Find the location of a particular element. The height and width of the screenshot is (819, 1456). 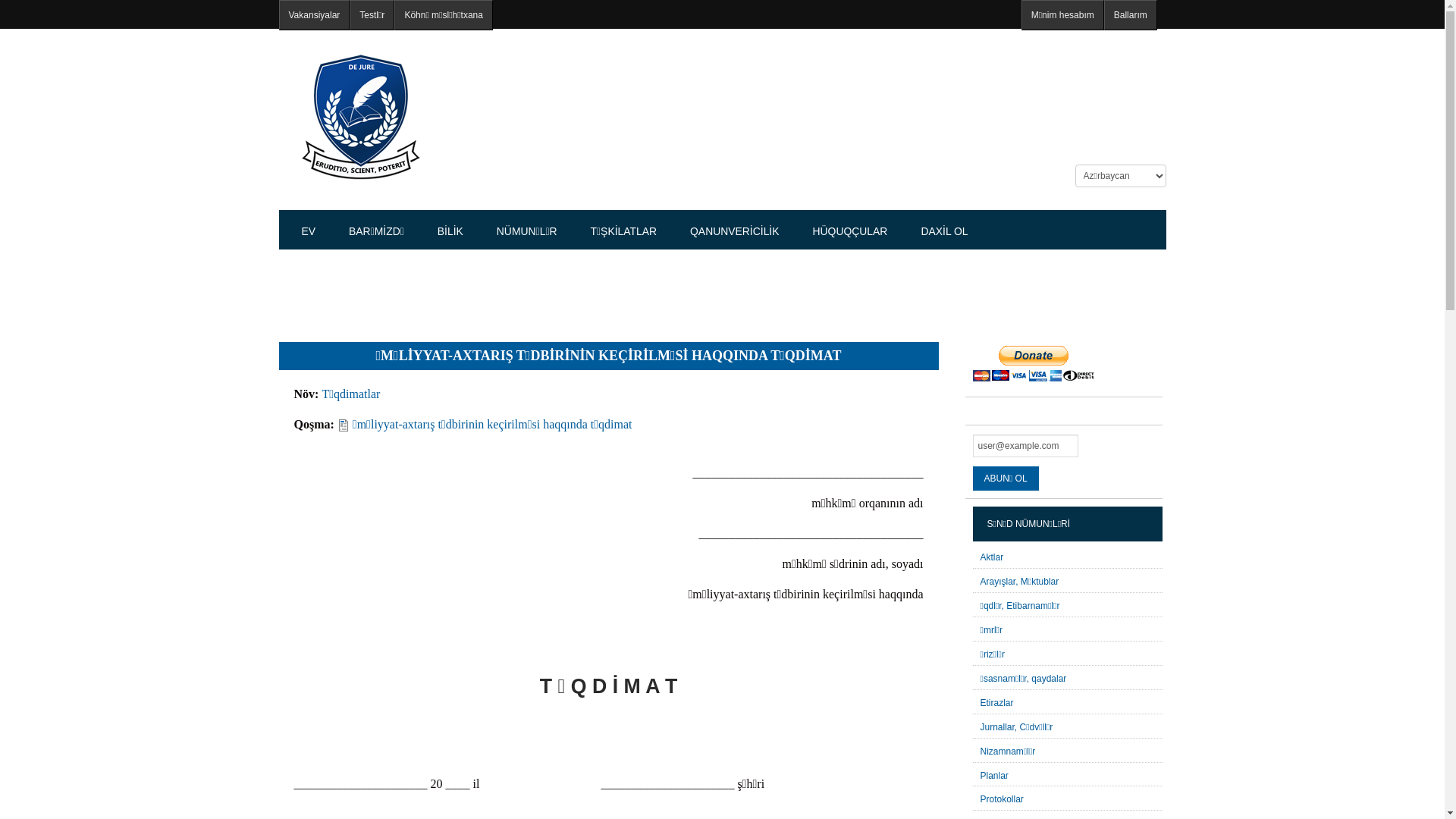

'Vakansiyalar' is located at coordinates (313, 14).